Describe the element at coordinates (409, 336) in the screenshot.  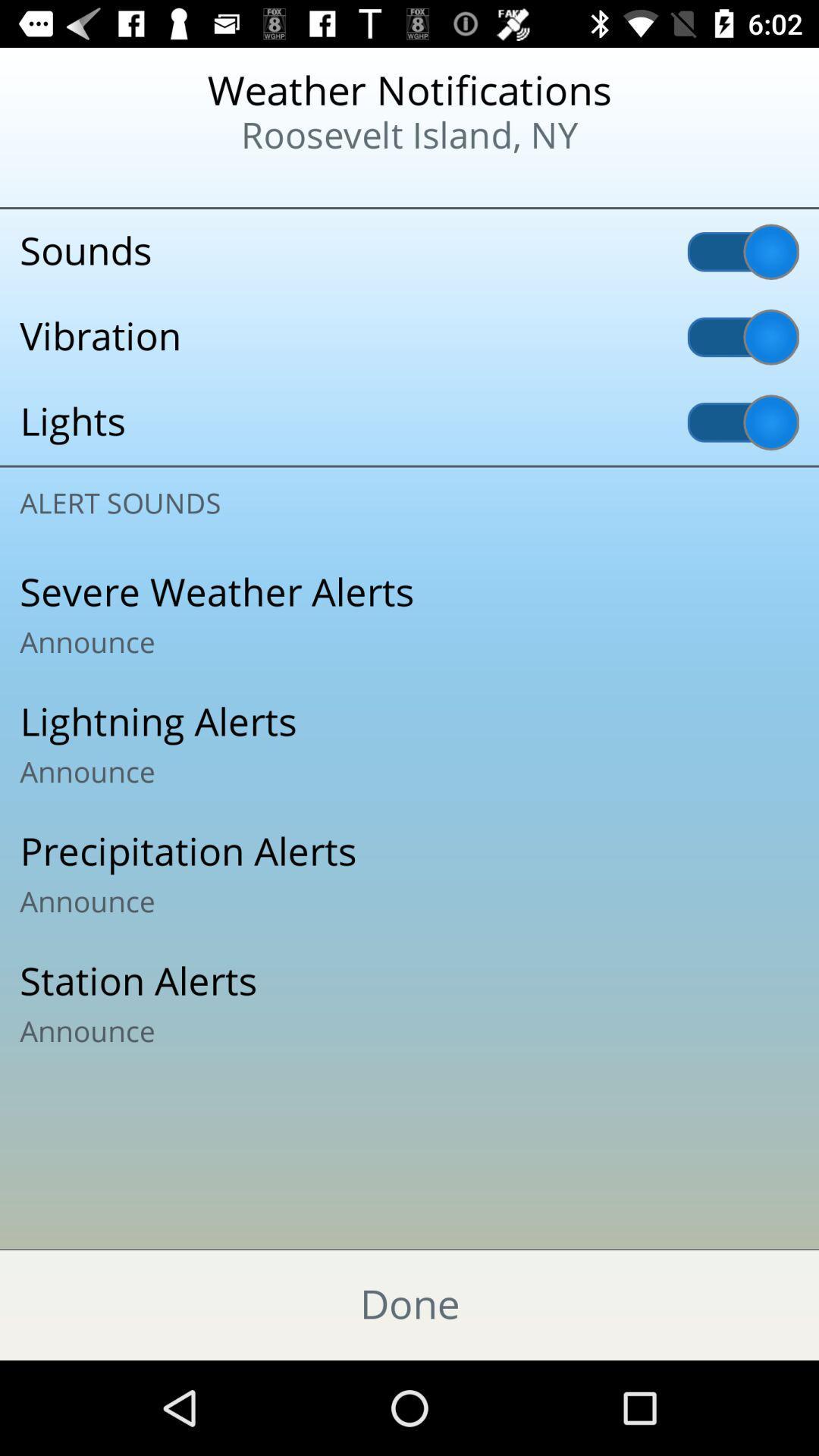
I see `item below the sounds icon` at that location.